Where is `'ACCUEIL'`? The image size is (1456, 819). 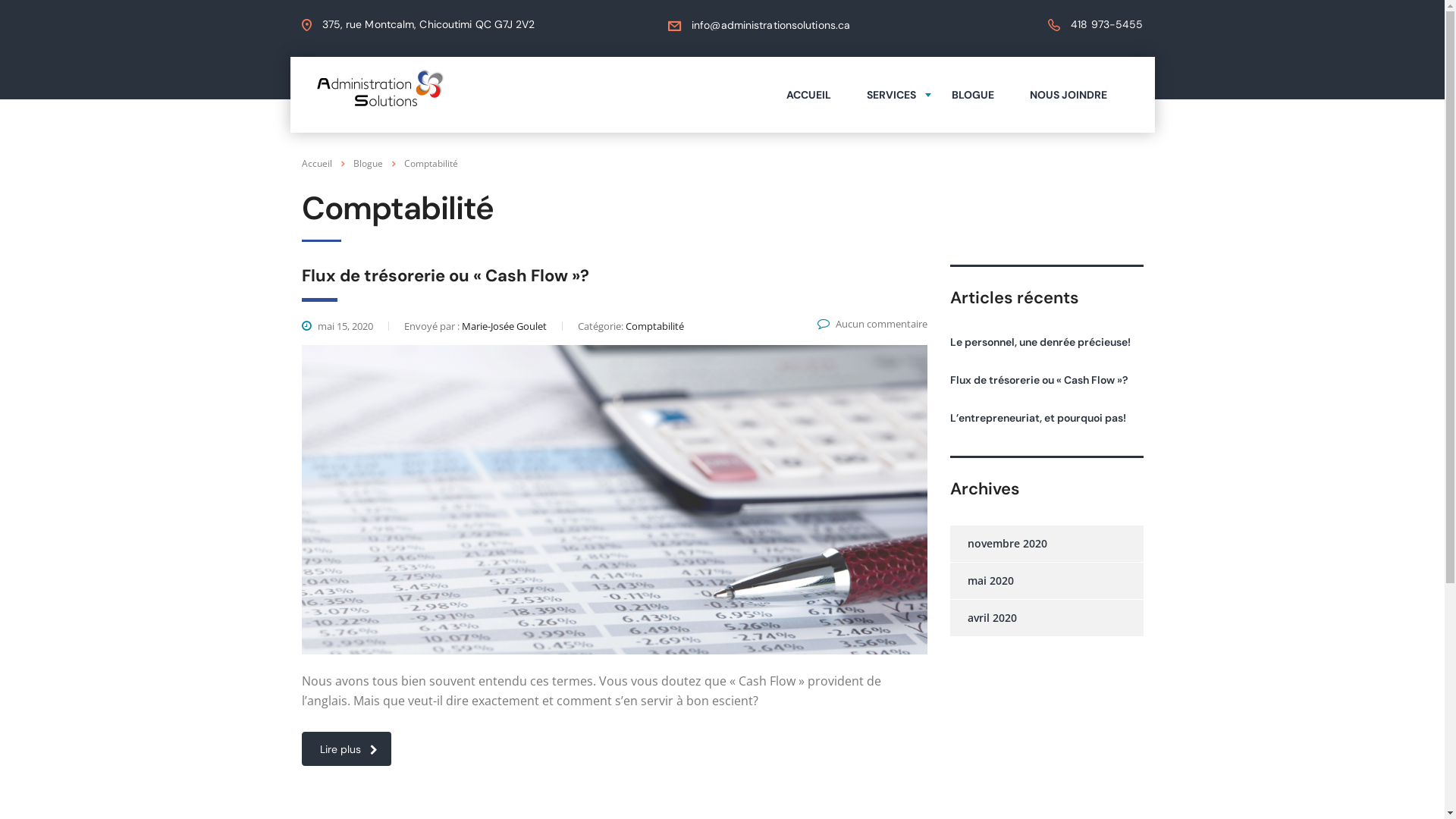
'ACCUEIL' is located at coordinates (808, 94).